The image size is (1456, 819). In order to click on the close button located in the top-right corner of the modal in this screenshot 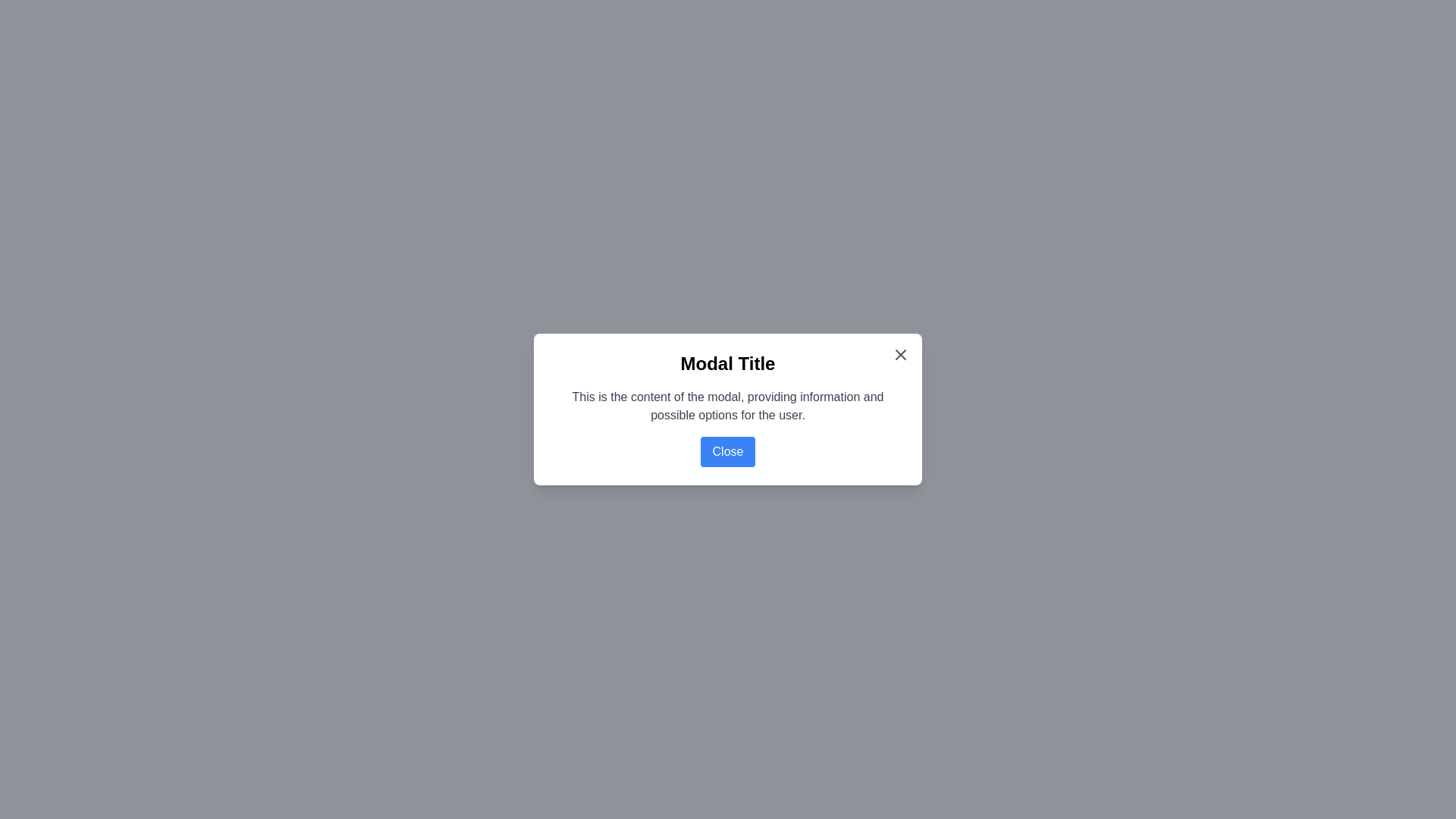, I will do `click(901, 354)`.